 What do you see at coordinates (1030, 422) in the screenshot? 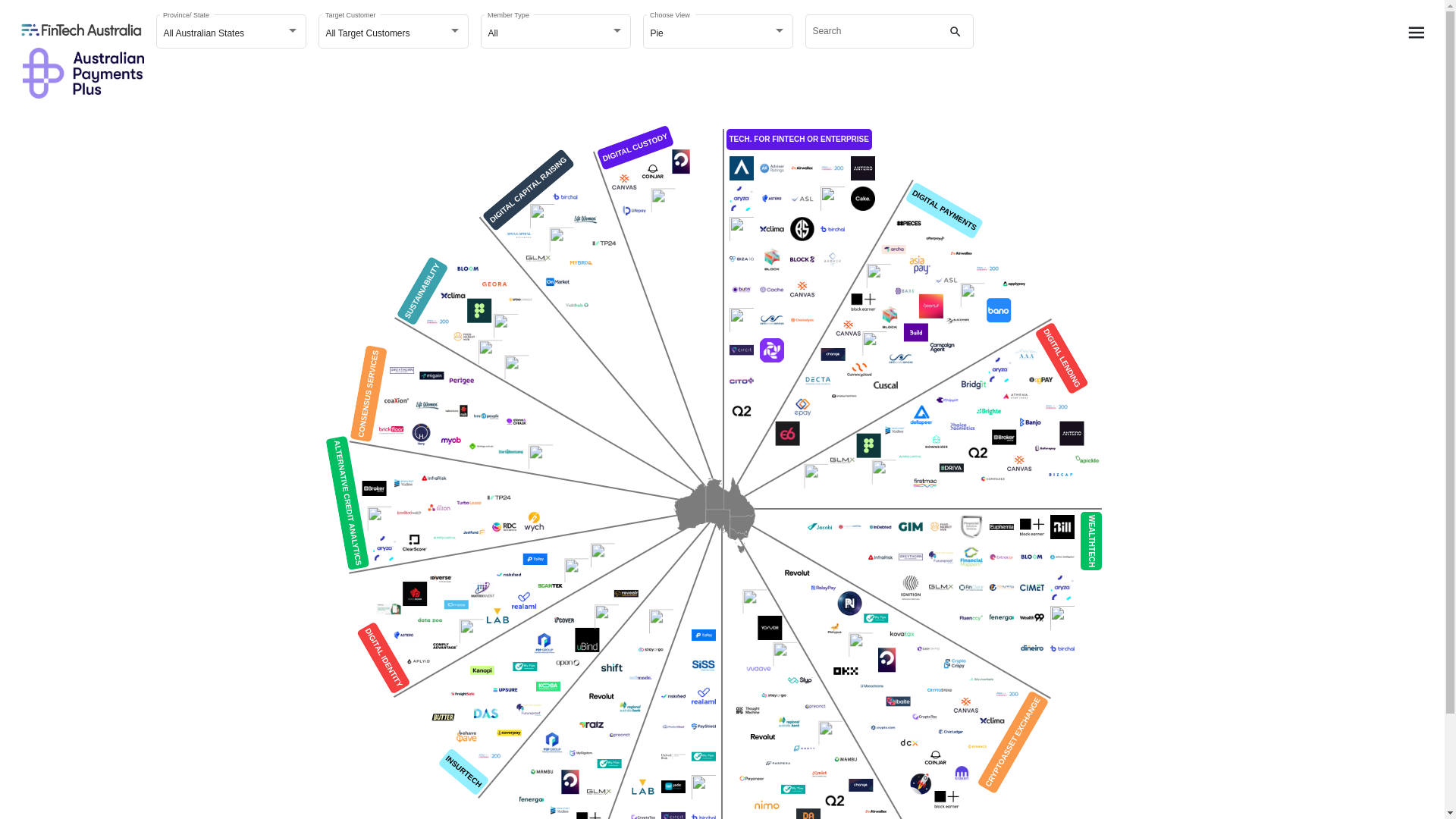
I see `'Banjo Loans'` at bounding box center [1030, 422].